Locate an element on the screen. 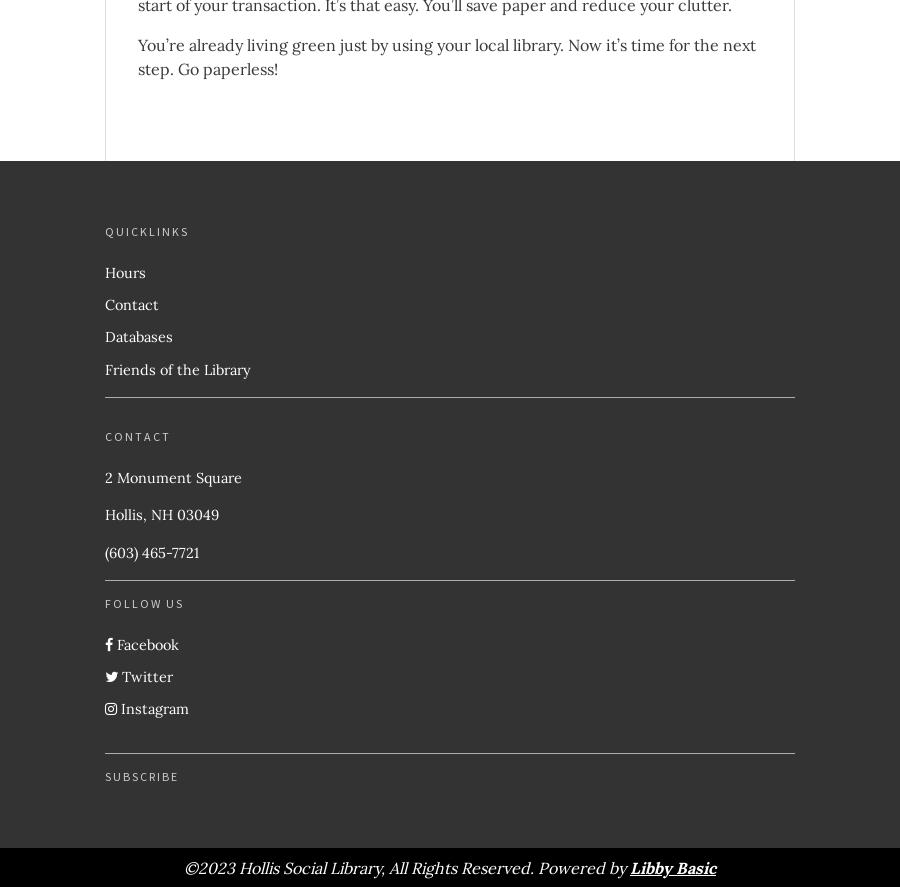  '(603) 465-7721' is located at coordinates (152, 550).